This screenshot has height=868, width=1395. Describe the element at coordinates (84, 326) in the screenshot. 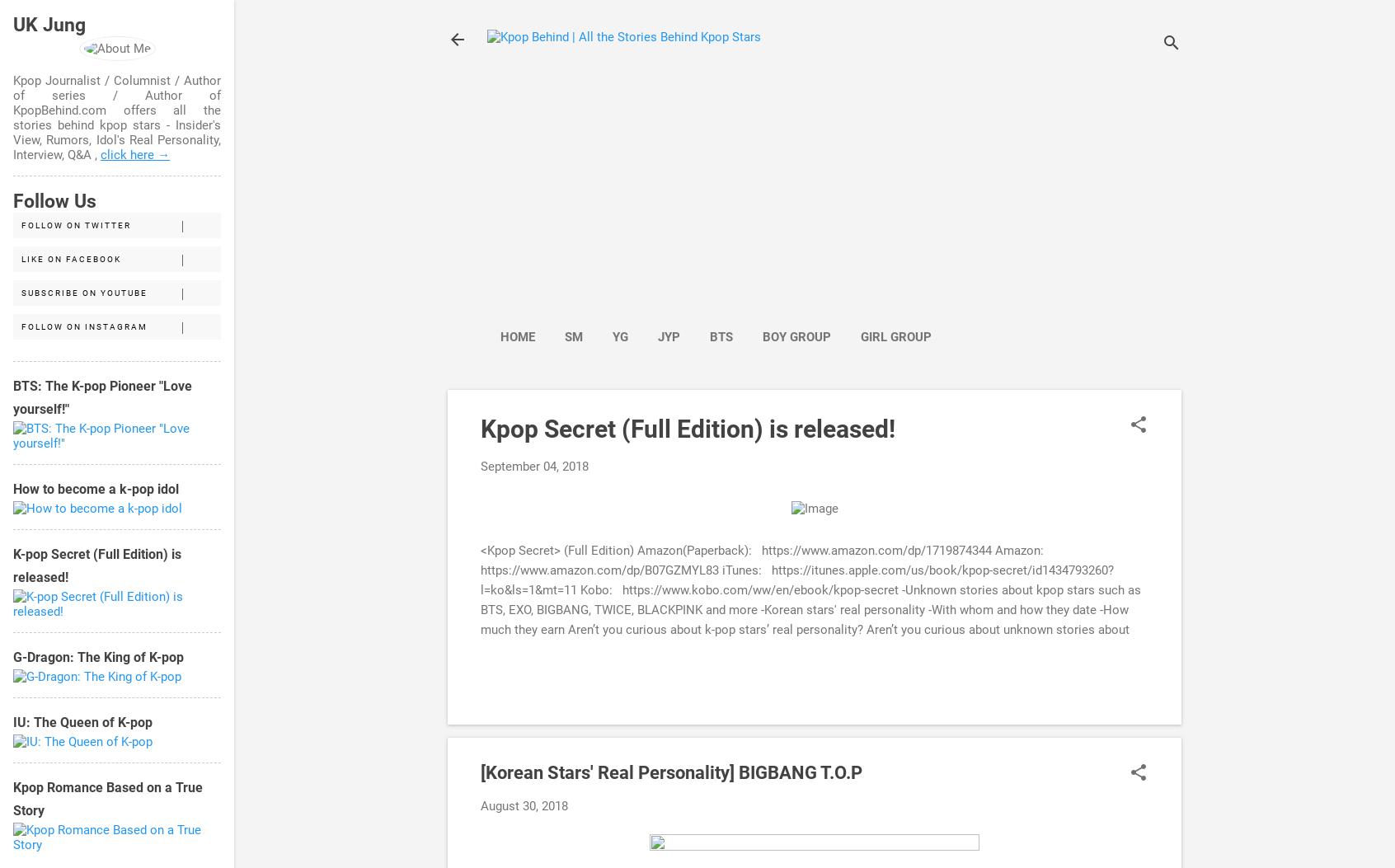

I see `'Follow on Instagram'` at that location.